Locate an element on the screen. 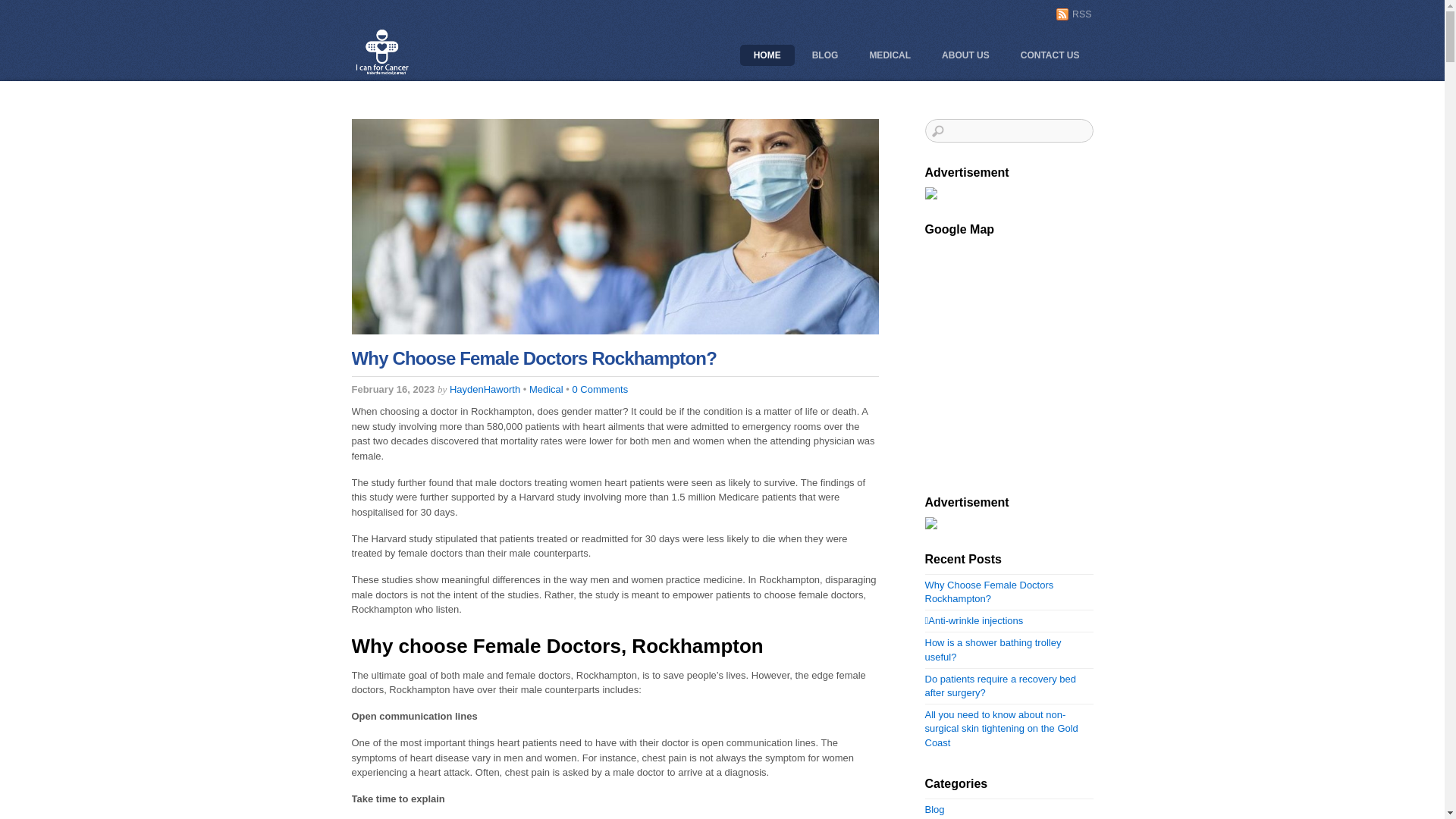 The width and height of the screenshot is (1456, 819). 'Why Choose Female Doctors Rockhampton?' is located at coordinates (534, 358).